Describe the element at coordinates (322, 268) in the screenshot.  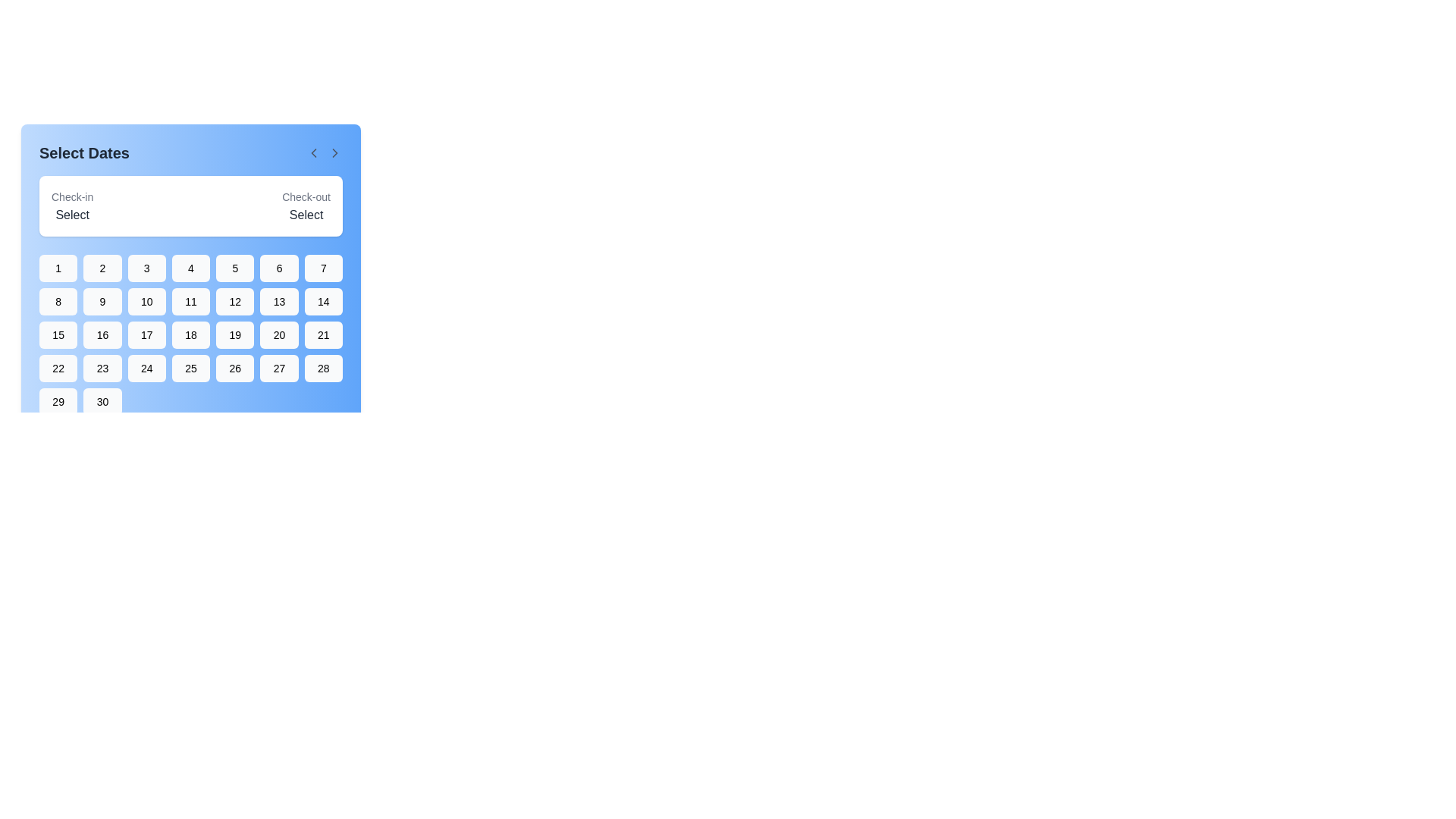
I see `the button representing the selectable date '7' in the top right of the grid` at that location.